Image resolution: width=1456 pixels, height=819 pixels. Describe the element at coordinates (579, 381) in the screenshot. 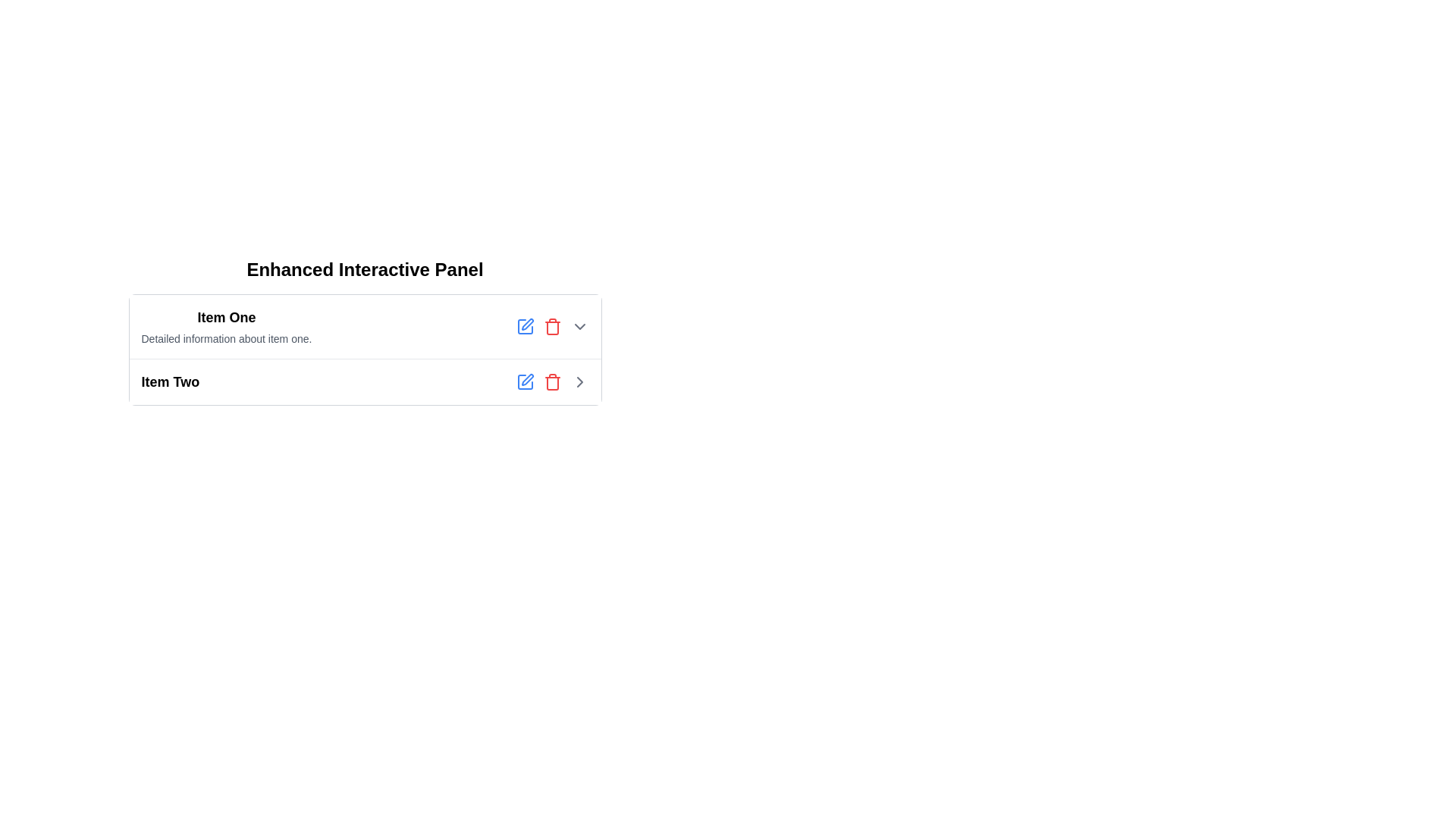

I see `the fourth icon-based button aligned to the rightmost of the row containing 'Item Two'` at that location.